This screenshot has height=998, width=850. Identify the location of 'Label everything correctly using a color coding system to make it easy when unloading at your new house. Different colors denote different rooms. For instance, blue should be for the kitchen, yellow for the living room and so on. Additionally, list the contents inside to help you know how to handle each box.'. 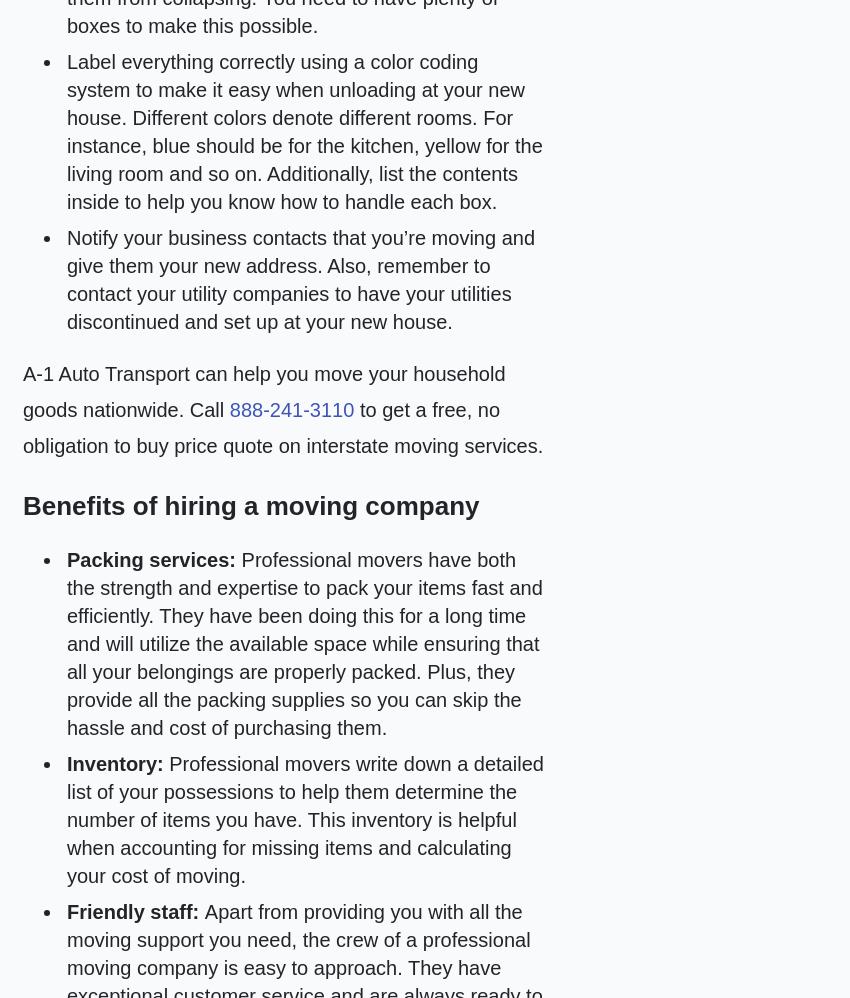
(304, 132).